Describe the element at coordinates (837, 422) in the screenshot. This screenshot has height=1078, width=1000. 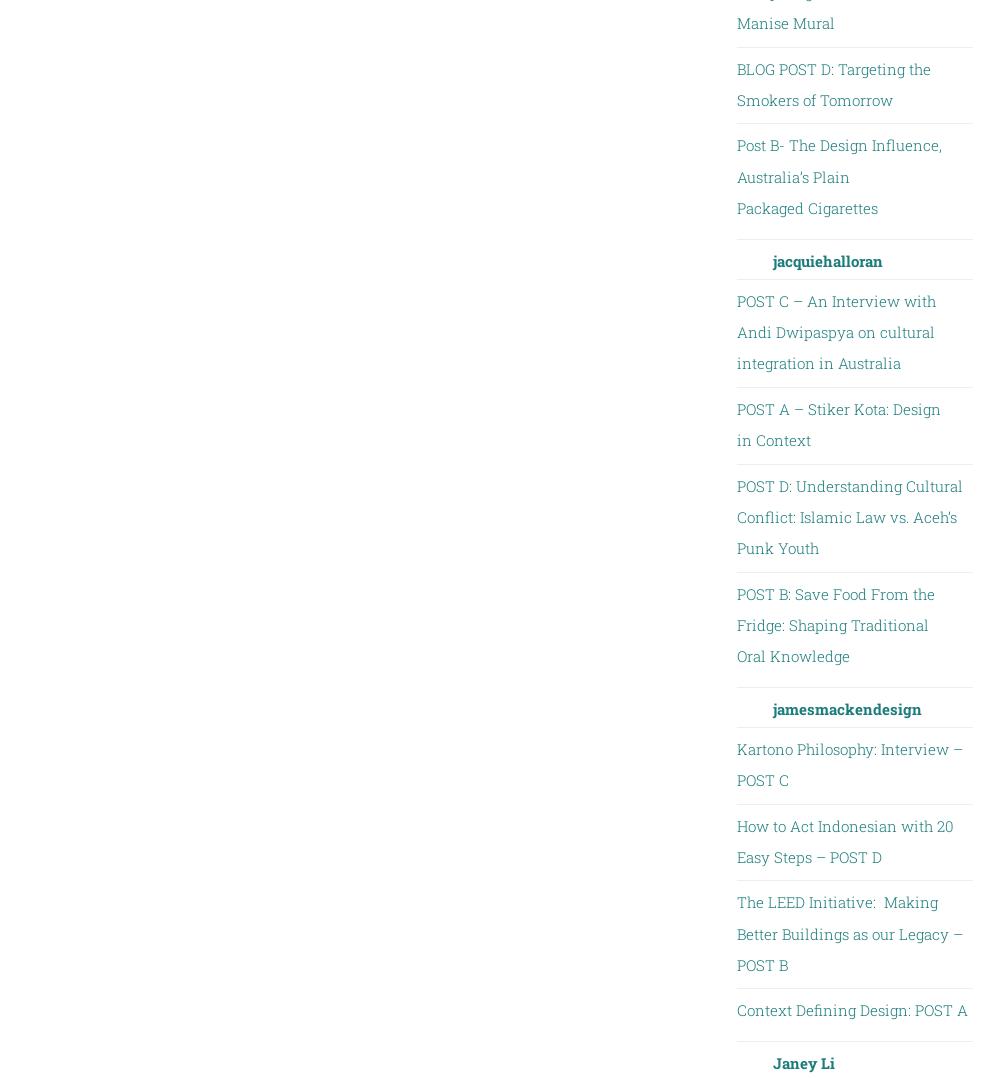
I see `'POST A – Stiker Kota: Design in Context'` at that location.